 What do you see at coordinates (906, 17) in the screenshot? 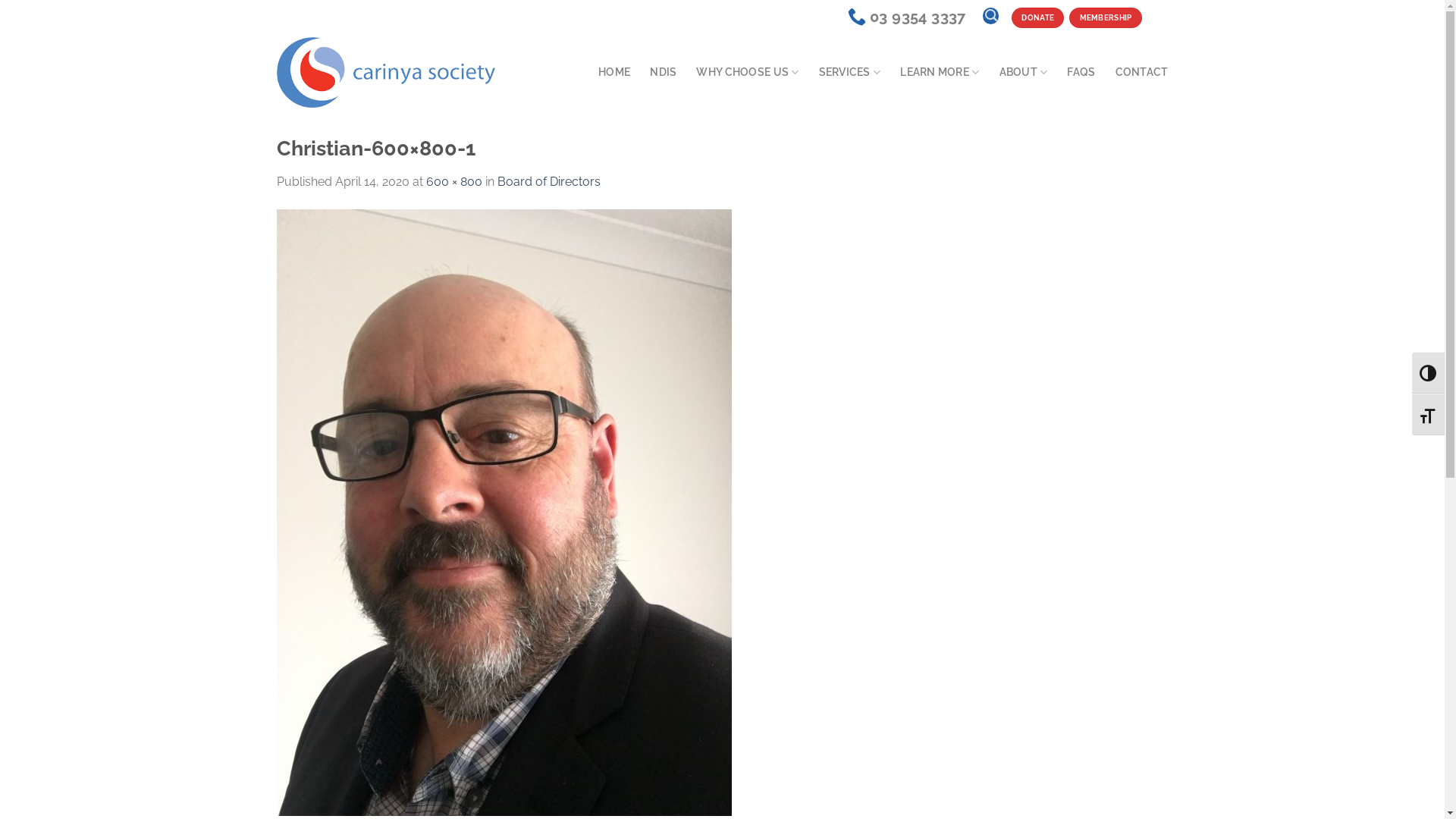
I see `'03 9354 3337'` at bounding box center [906, 17].